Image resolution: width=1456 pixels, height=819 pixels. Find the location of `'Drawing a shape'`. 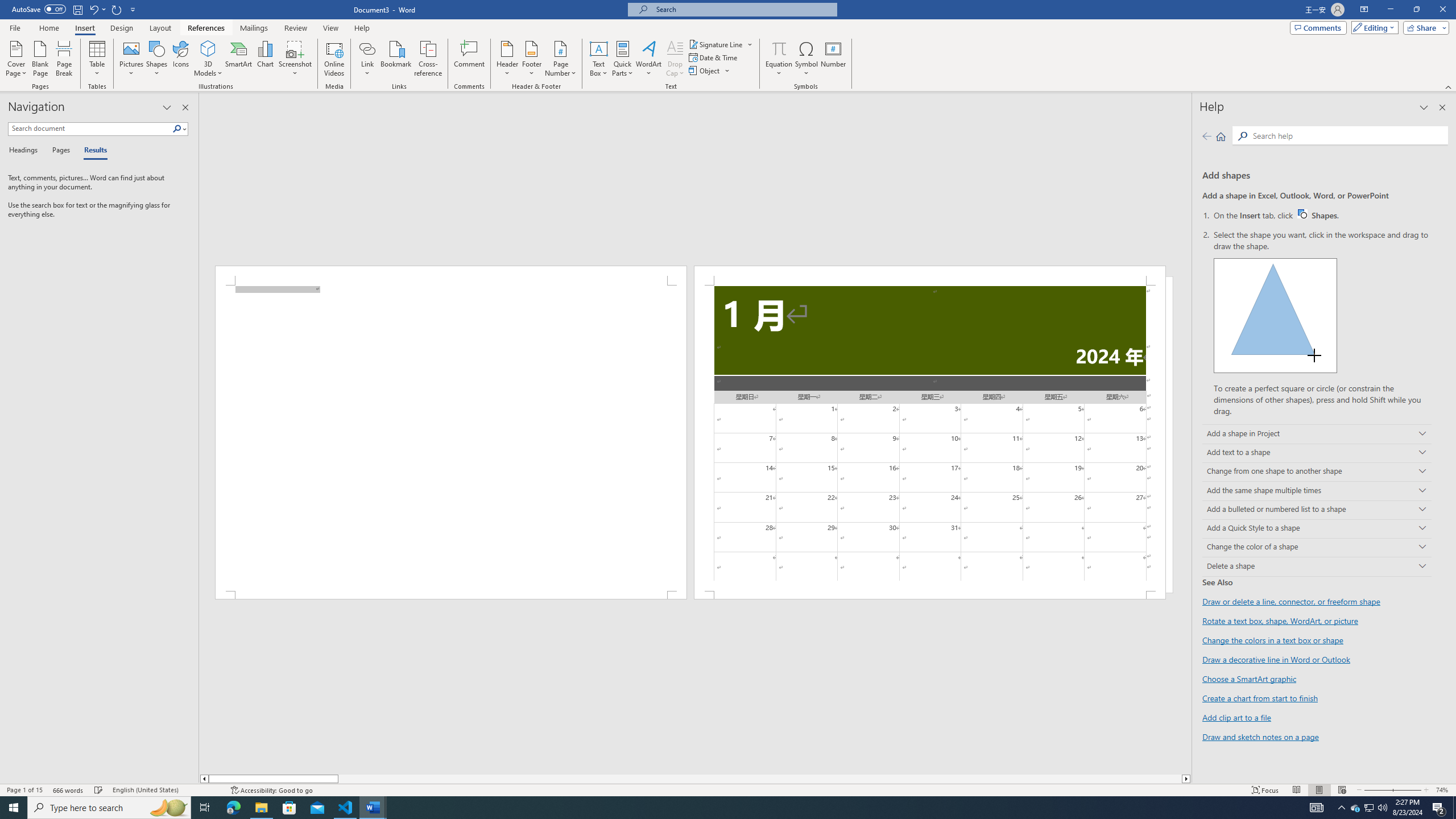

'Drawing a shape' is located at coordinates (1275, 316).